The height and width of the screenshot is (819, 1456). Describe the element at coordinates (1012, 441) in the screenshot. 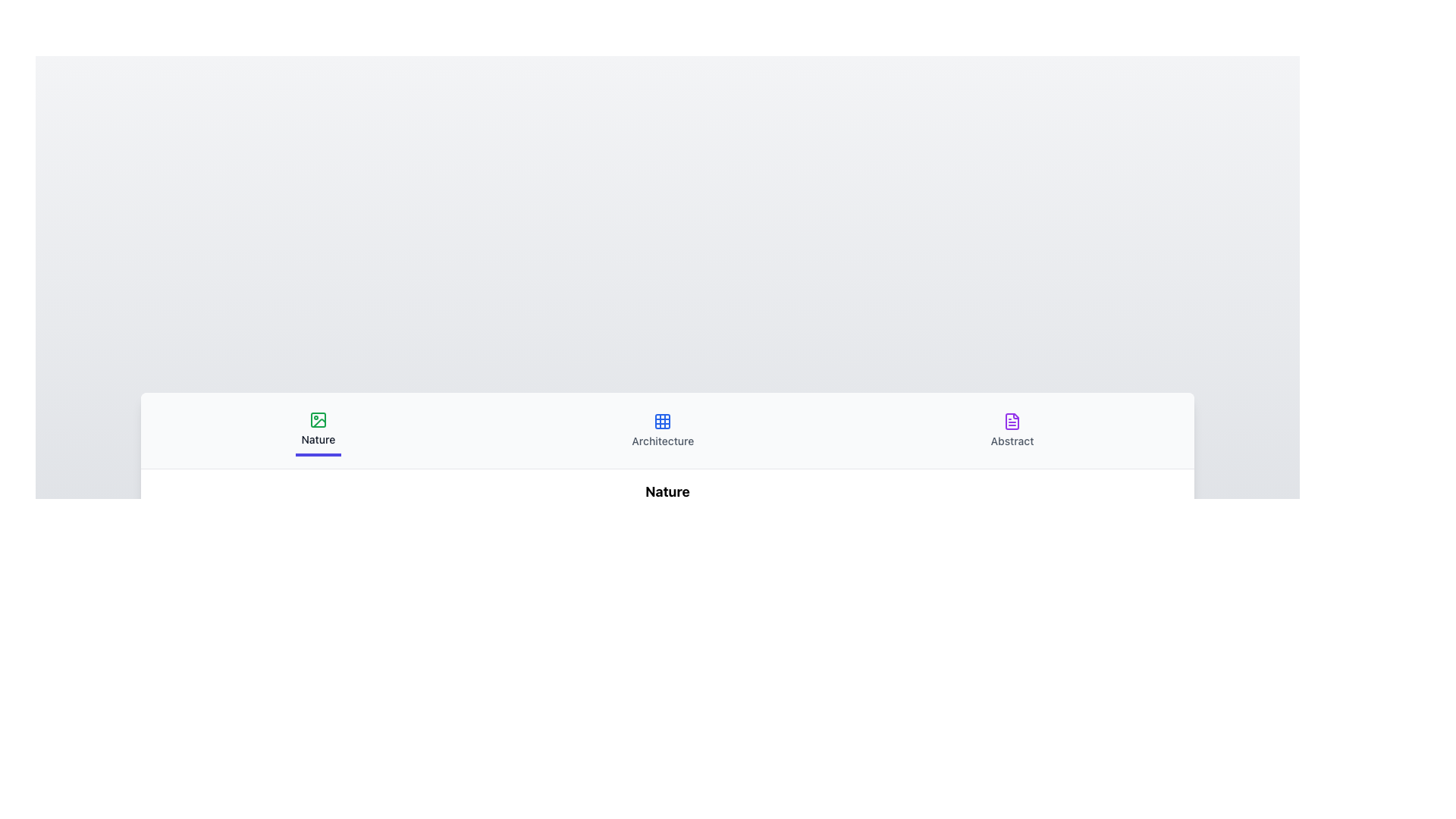

I see `the text label 'Abstract' which is styled in a medium weight and located below a purple document icon` at that location.